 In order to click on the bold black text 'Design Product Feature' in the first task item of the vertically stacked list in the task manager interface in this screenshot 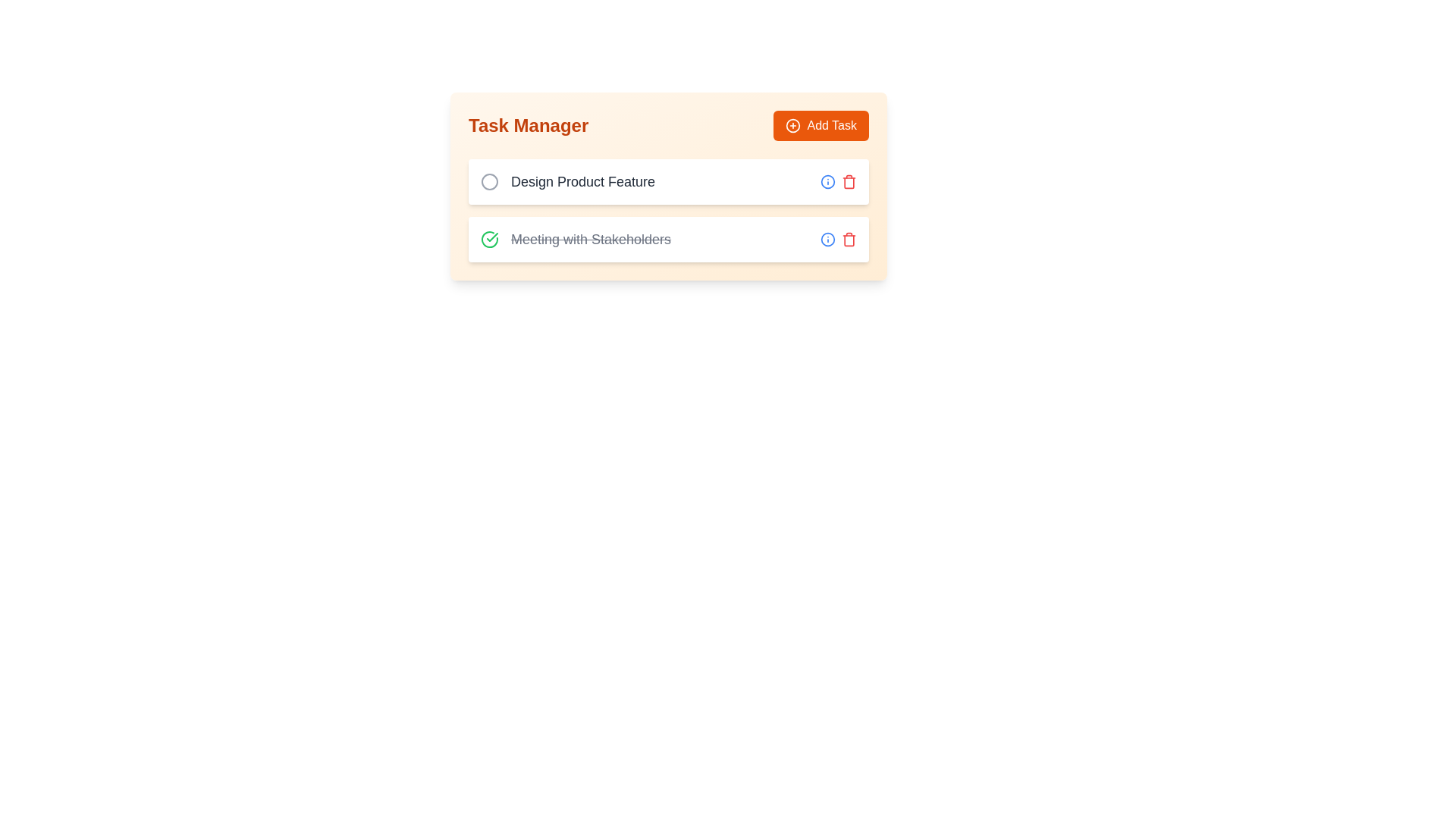, I will do `click(566, 180)`.